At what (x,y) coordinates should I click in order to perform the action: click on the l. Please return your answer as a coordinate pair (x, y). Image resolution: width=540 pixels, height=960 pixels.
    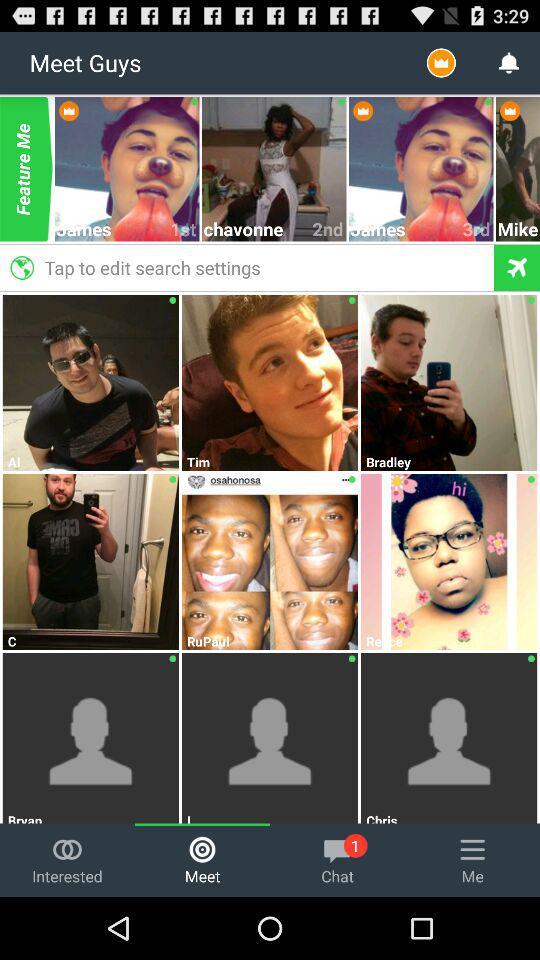
    Looking at the image, I should click on (270, 817).